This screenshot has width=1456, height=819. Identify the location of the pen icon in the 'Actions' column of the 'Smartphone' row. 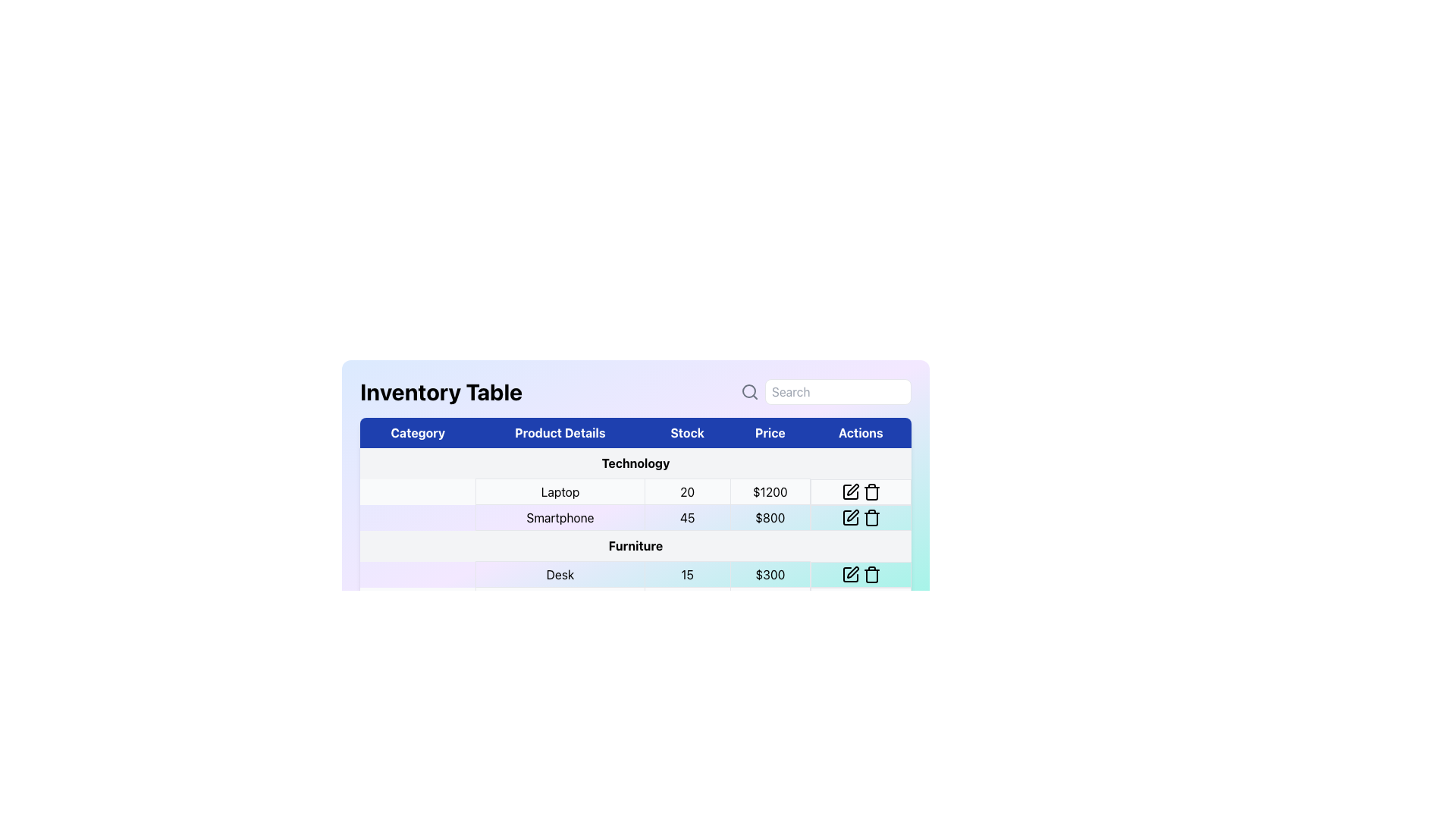
(852, 514).